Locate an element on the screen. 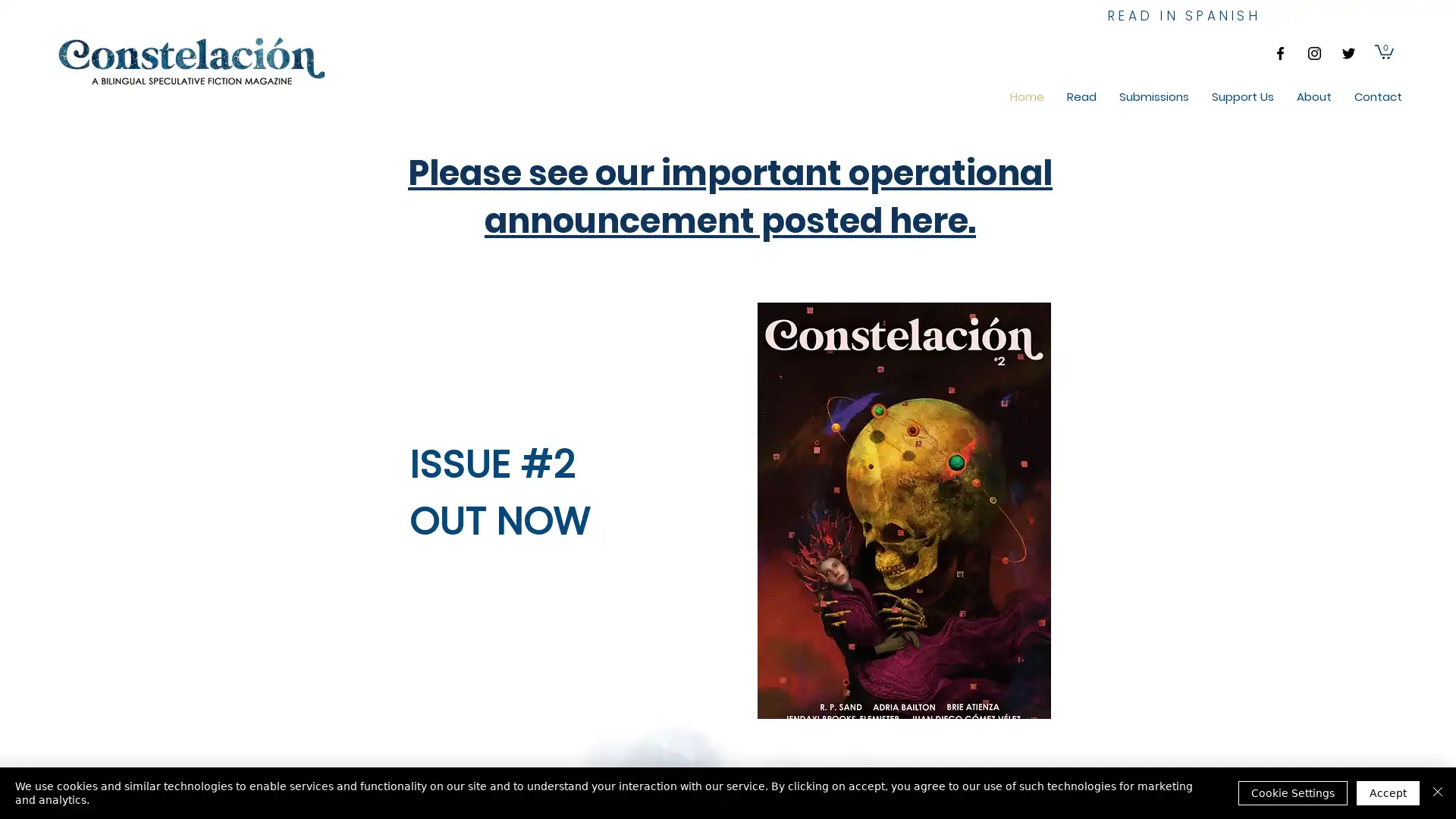 This screenshot has height=819, width=1456. Accept is located at coordinates (1388, 792).